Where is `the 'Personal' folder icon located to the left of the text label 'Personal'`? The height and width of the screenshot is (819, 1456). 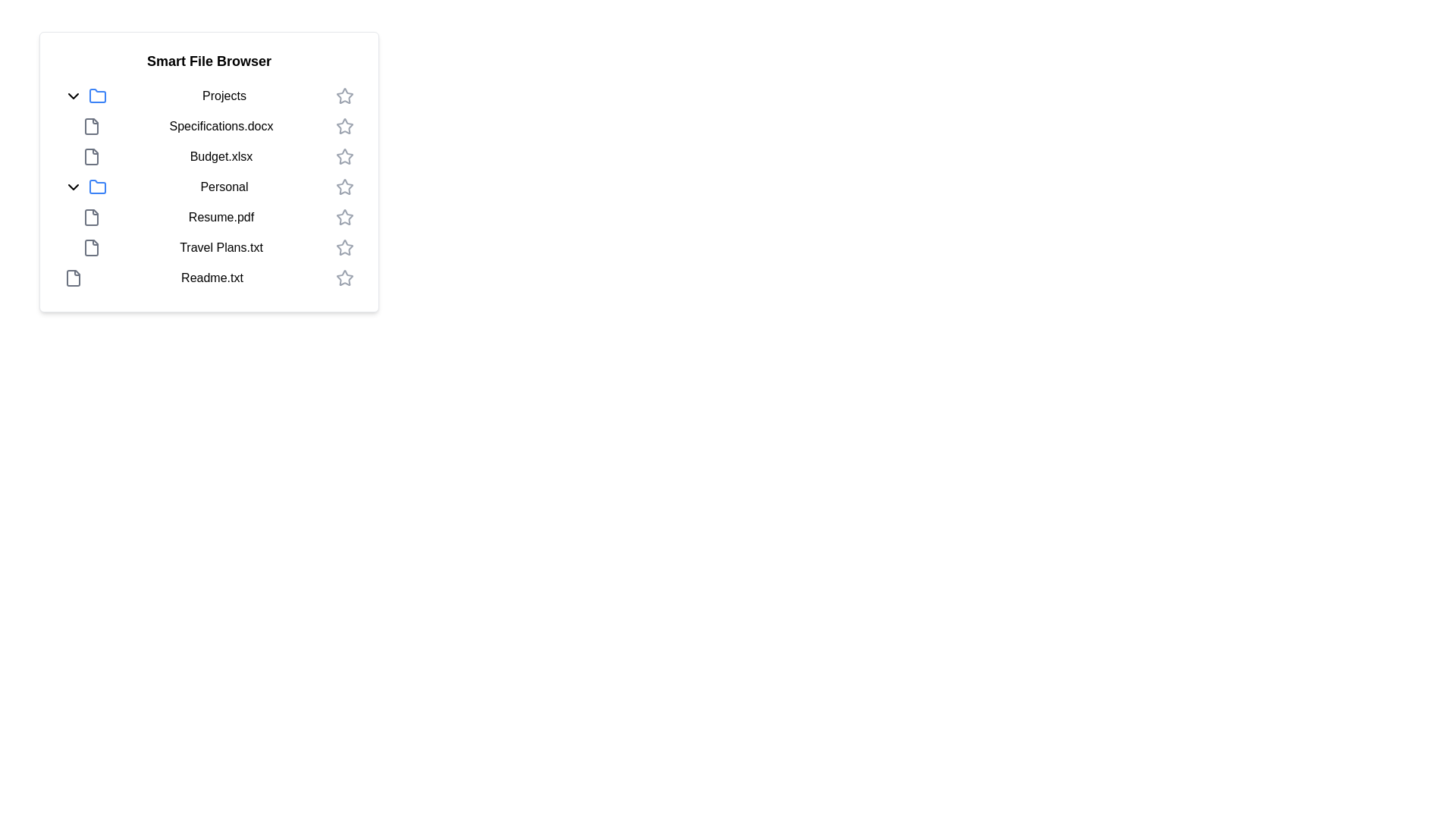
the 'Personal' folder icon located to the left of the text label 'Personal' is located at coordinates (97, 186).